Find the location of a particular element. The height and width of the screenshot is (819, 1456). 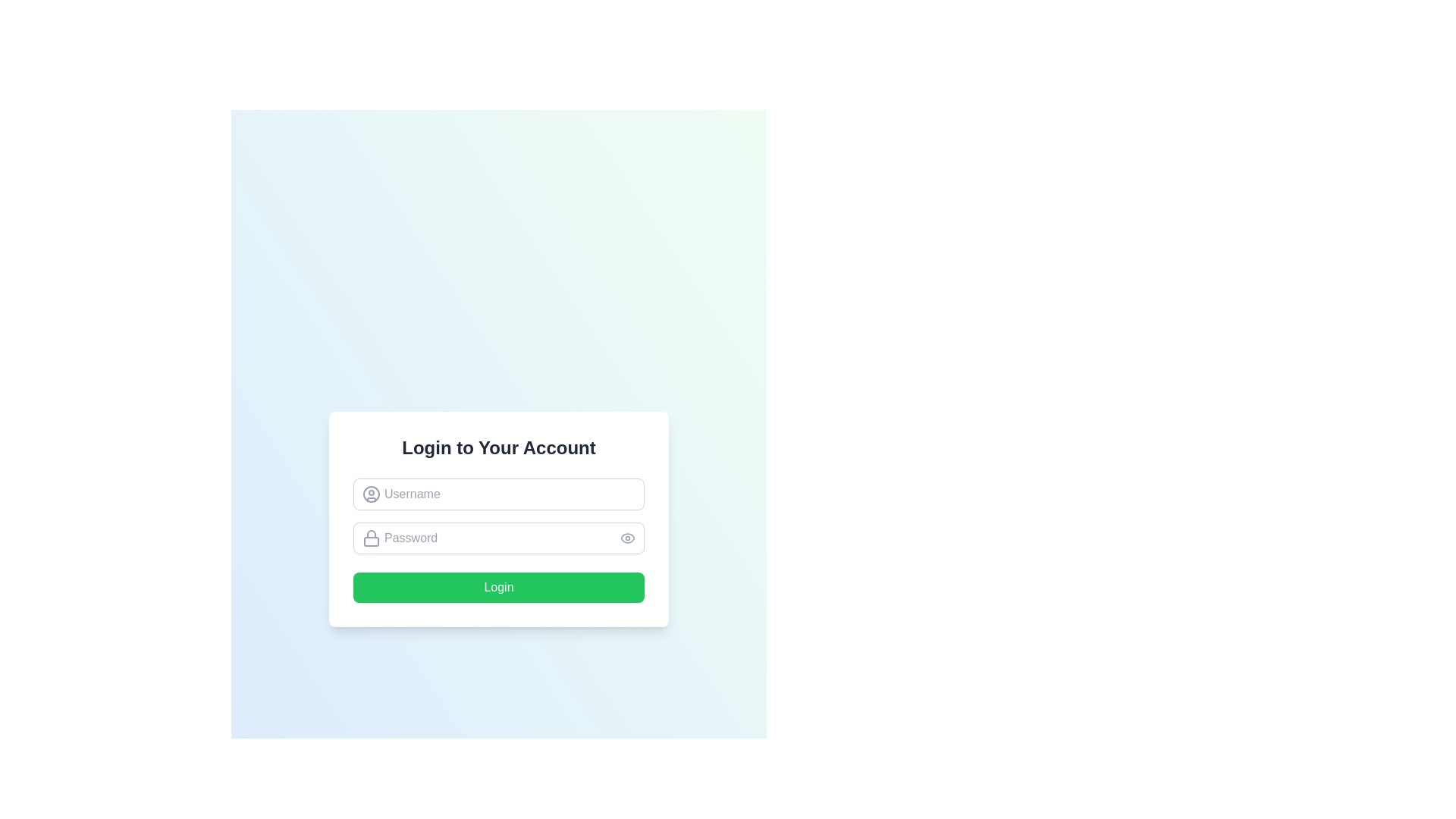

the green 'Login' button at the bottom center of the form layout to initiate the login process is located at coordinates (498, 587).